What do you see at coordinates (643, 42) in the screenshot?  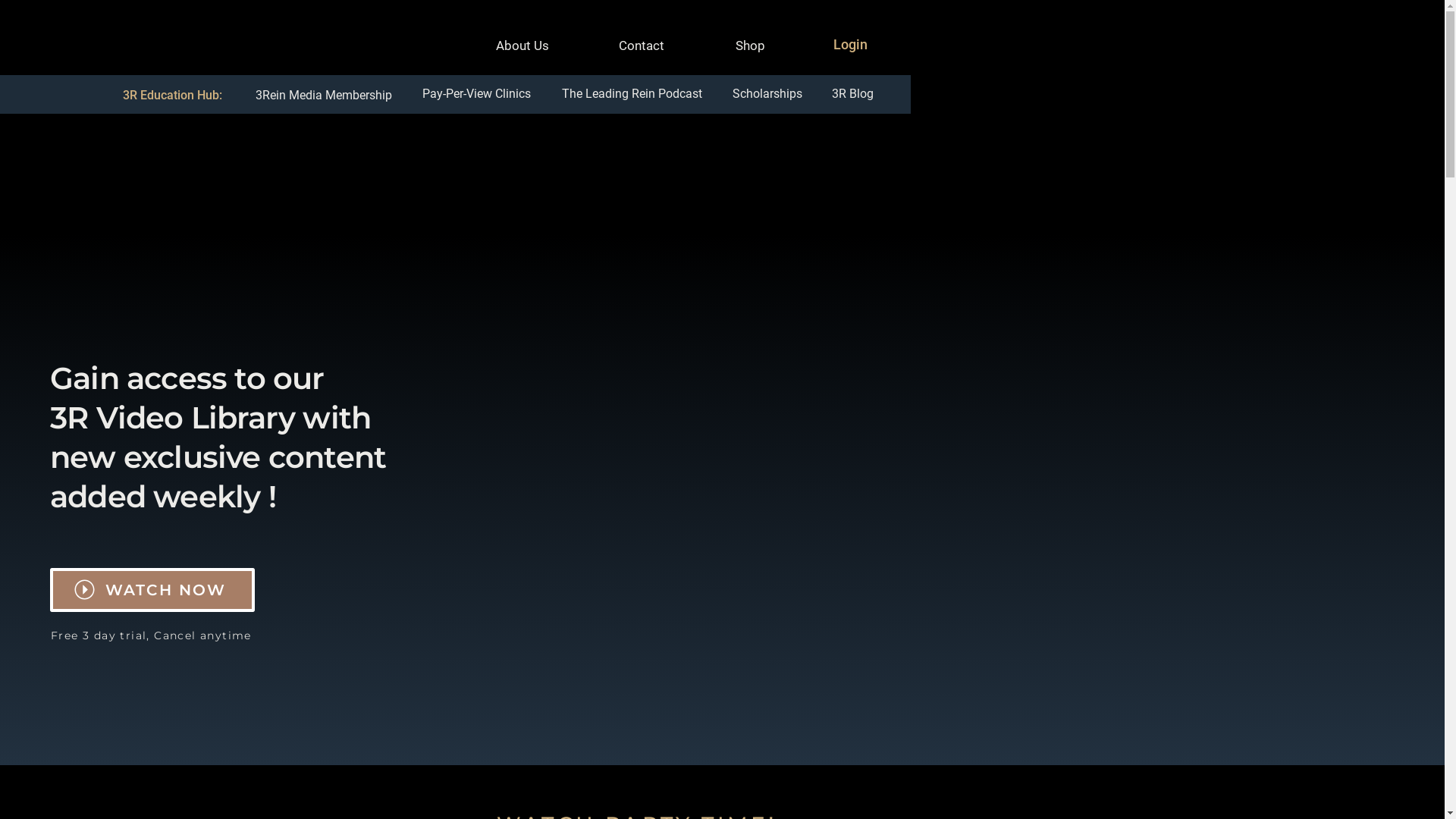 I see `'Contact'` at bounding box center [643, 42].